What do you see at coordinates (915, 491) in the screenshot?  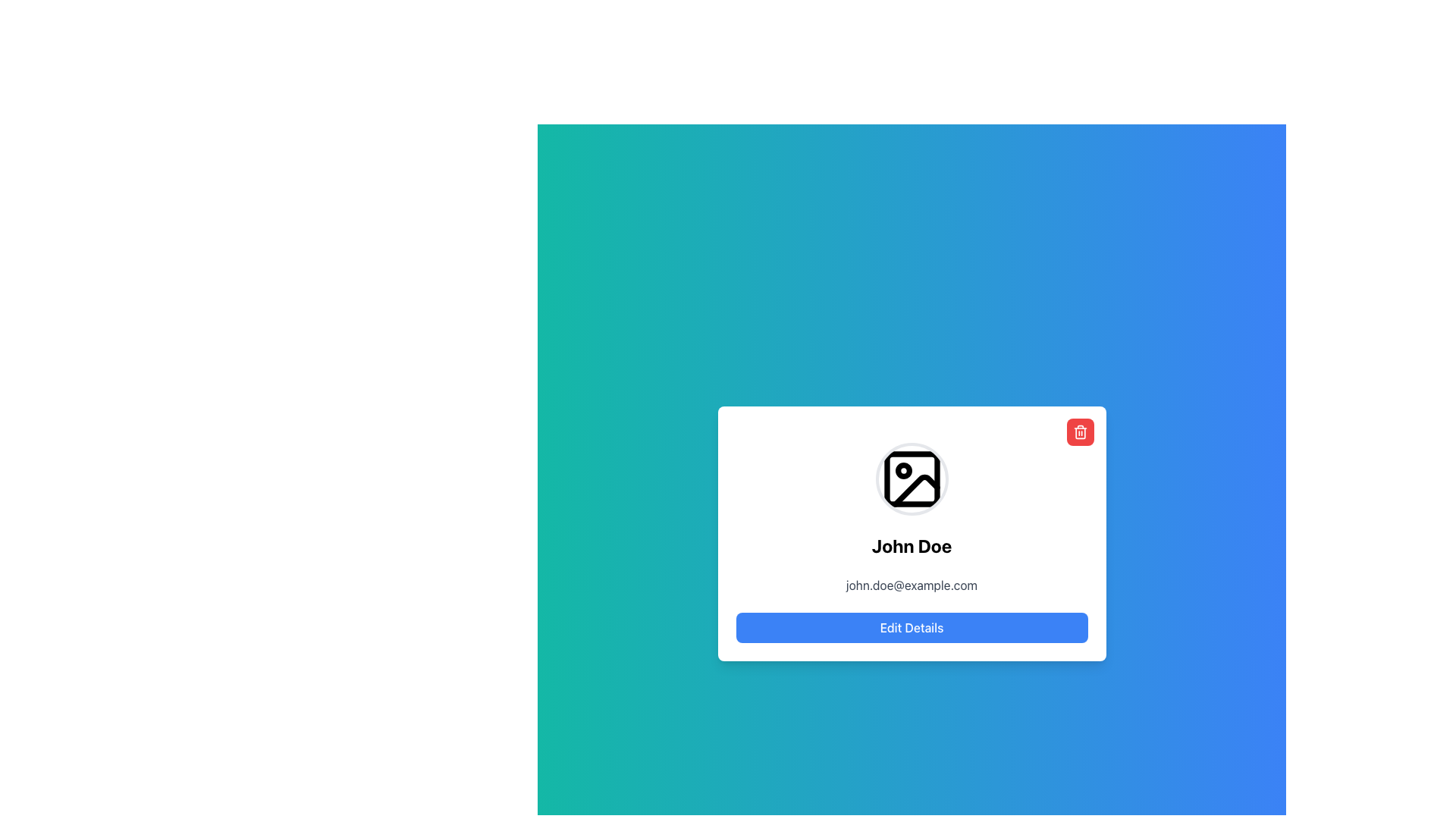 I see `the decorative graphic detail located in the bottom half of the square icon in the profile image area of the user information card` at bounding box center [915, 491].